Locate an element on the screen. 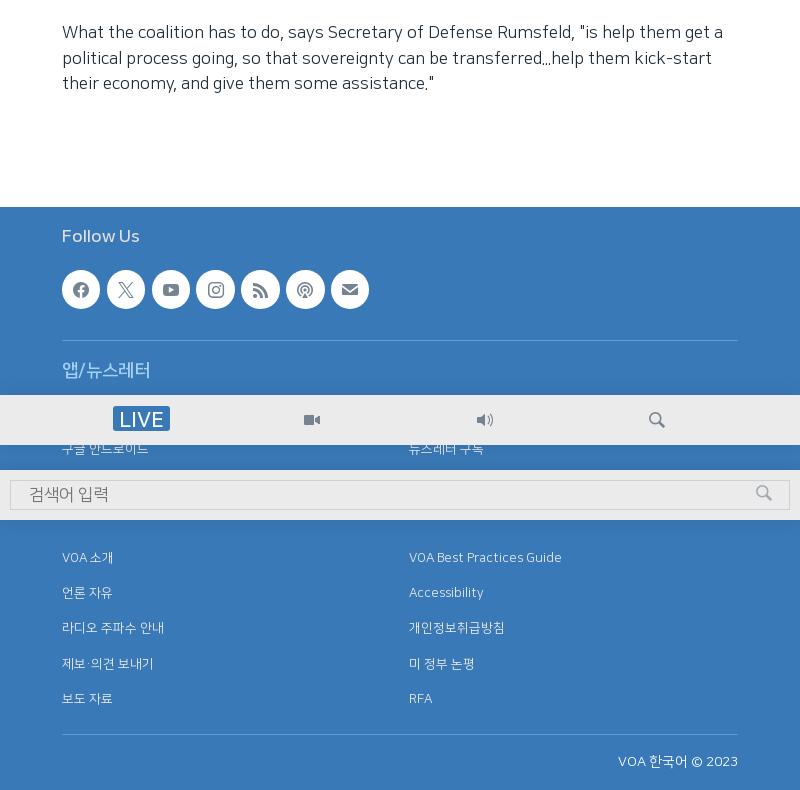 The image size is (800, 790). 'RFA' is located at coordinates (419, 697).